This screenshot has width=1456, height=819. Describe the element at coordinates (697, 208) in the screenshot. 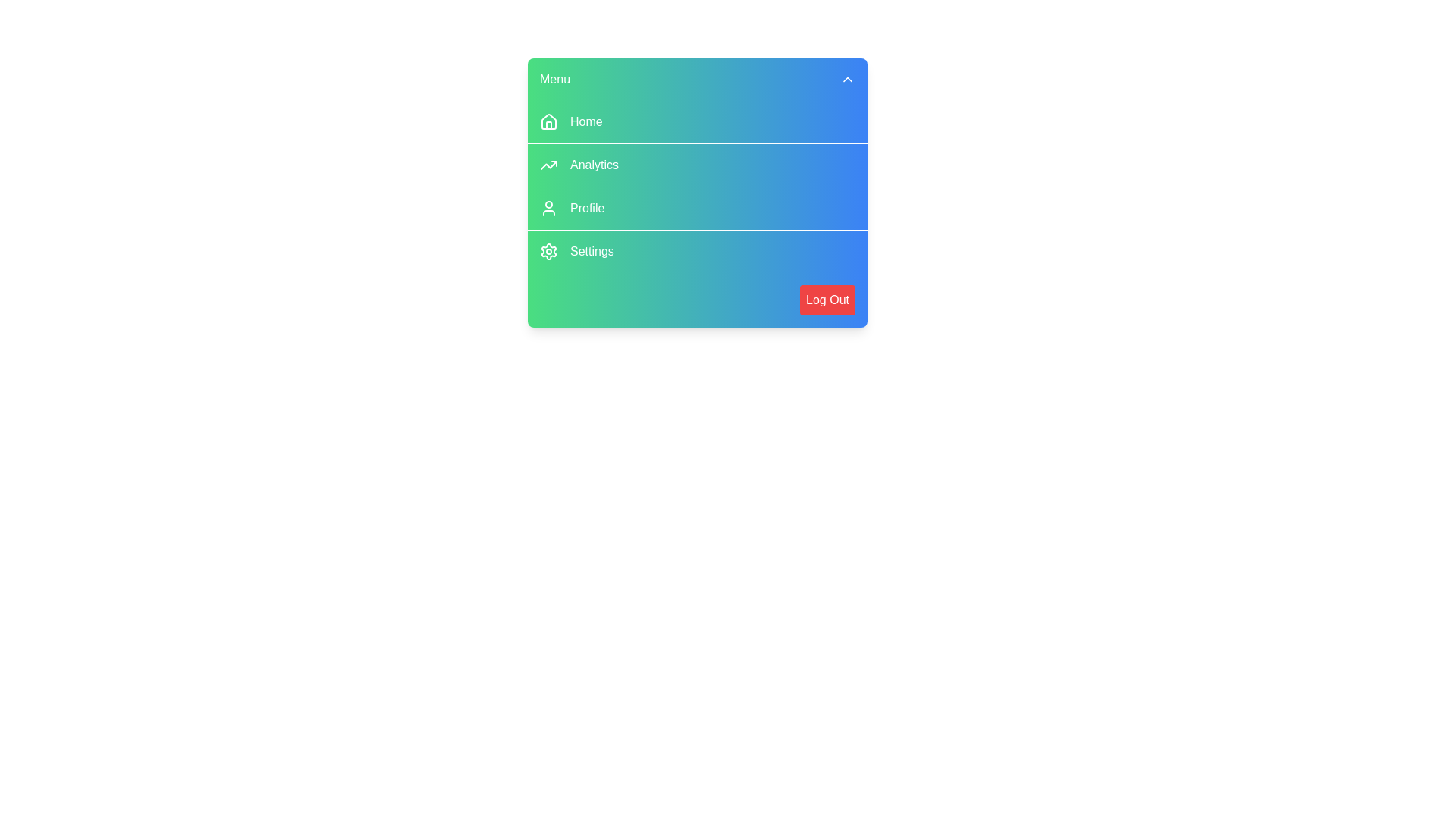

I see `the menu item Profile to navigate` at that location.